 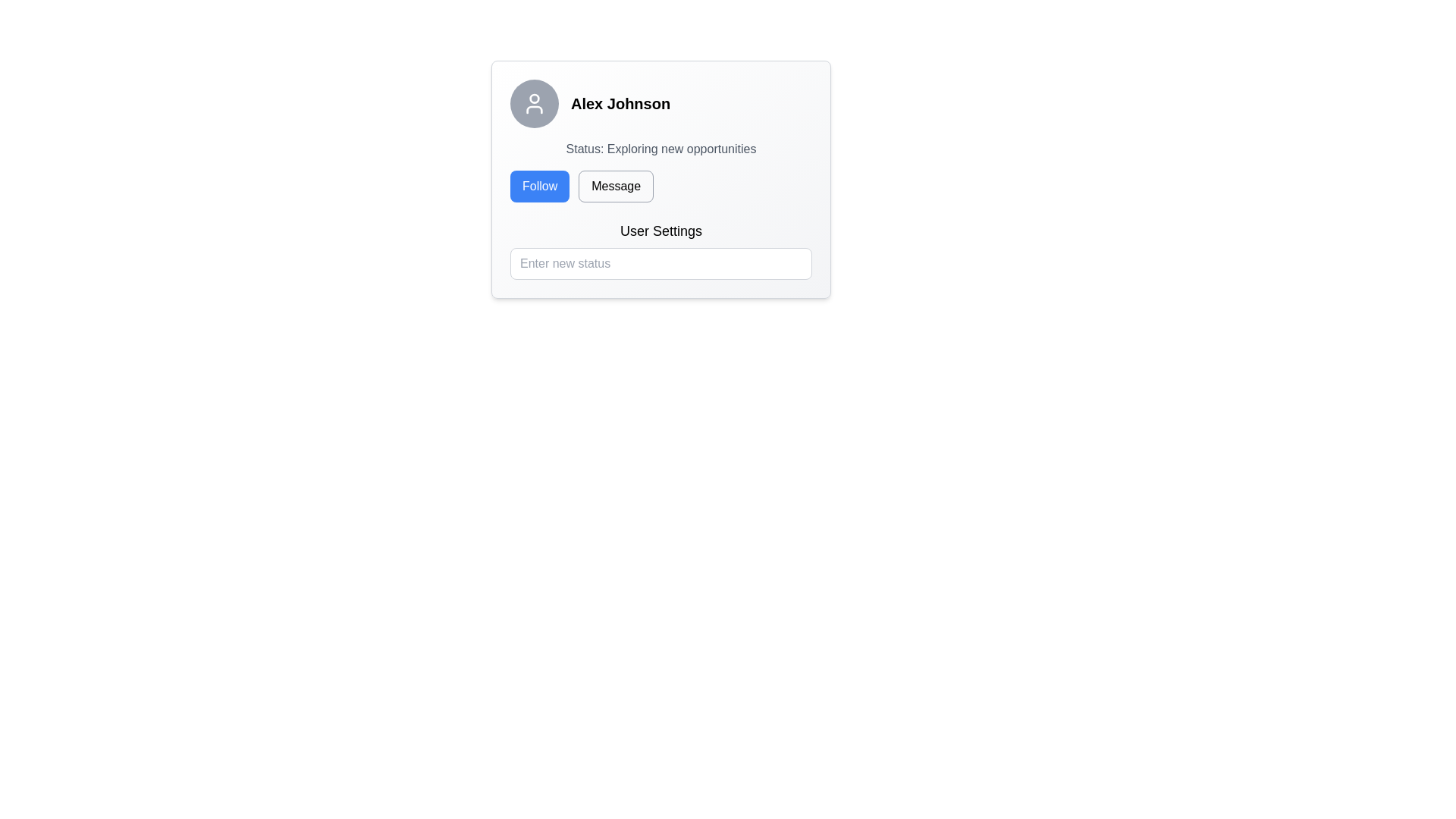 I want to click on the Text Label displaying 'Status: Exploring new opportunities', which is located below 'Alex Johnson' and above the 'Follow' and 'Message' buttons, so click(x=661, y=149).